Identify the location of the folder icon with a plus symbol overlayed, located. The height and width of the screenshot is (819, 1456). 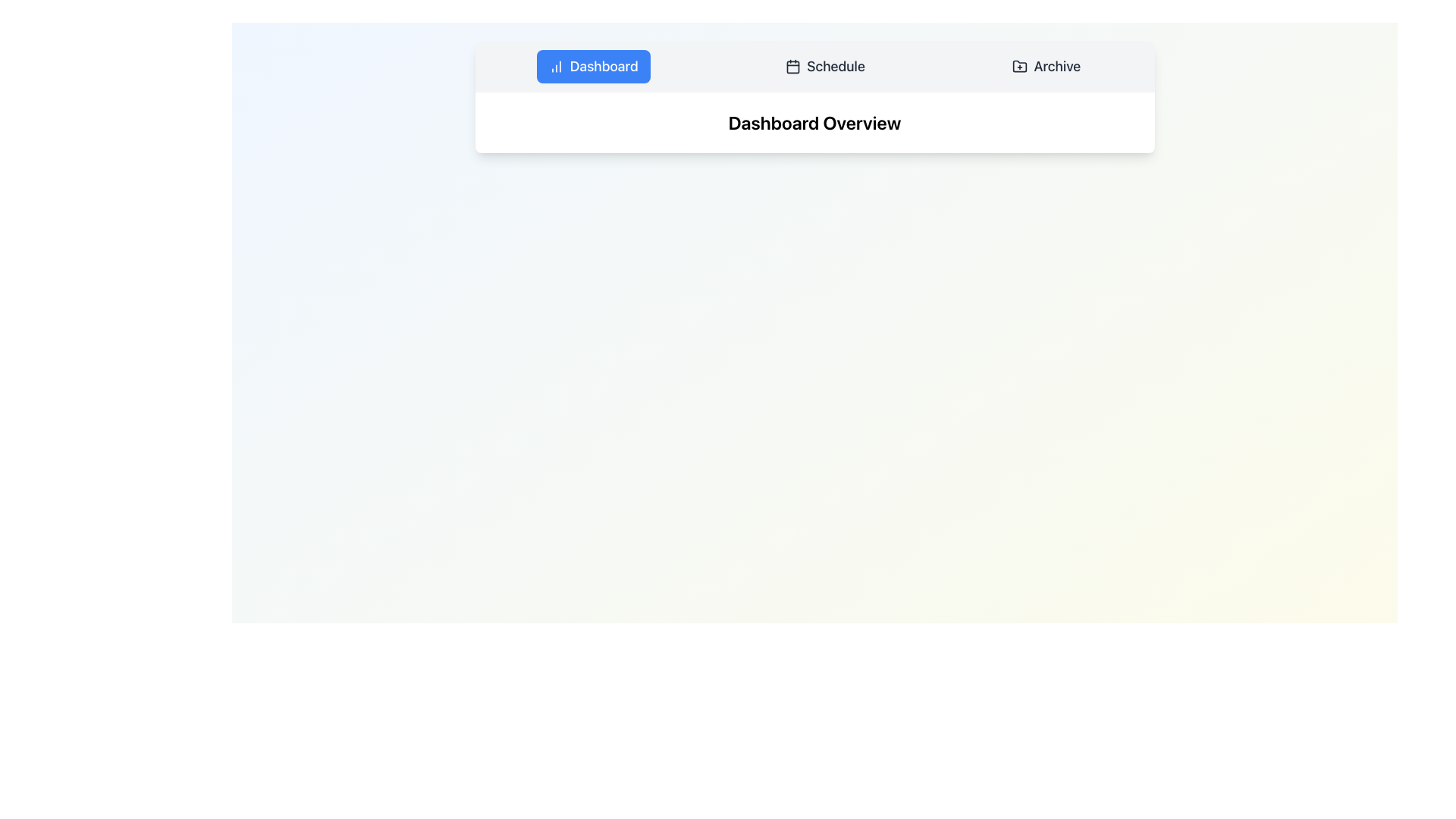
(1020, 65).